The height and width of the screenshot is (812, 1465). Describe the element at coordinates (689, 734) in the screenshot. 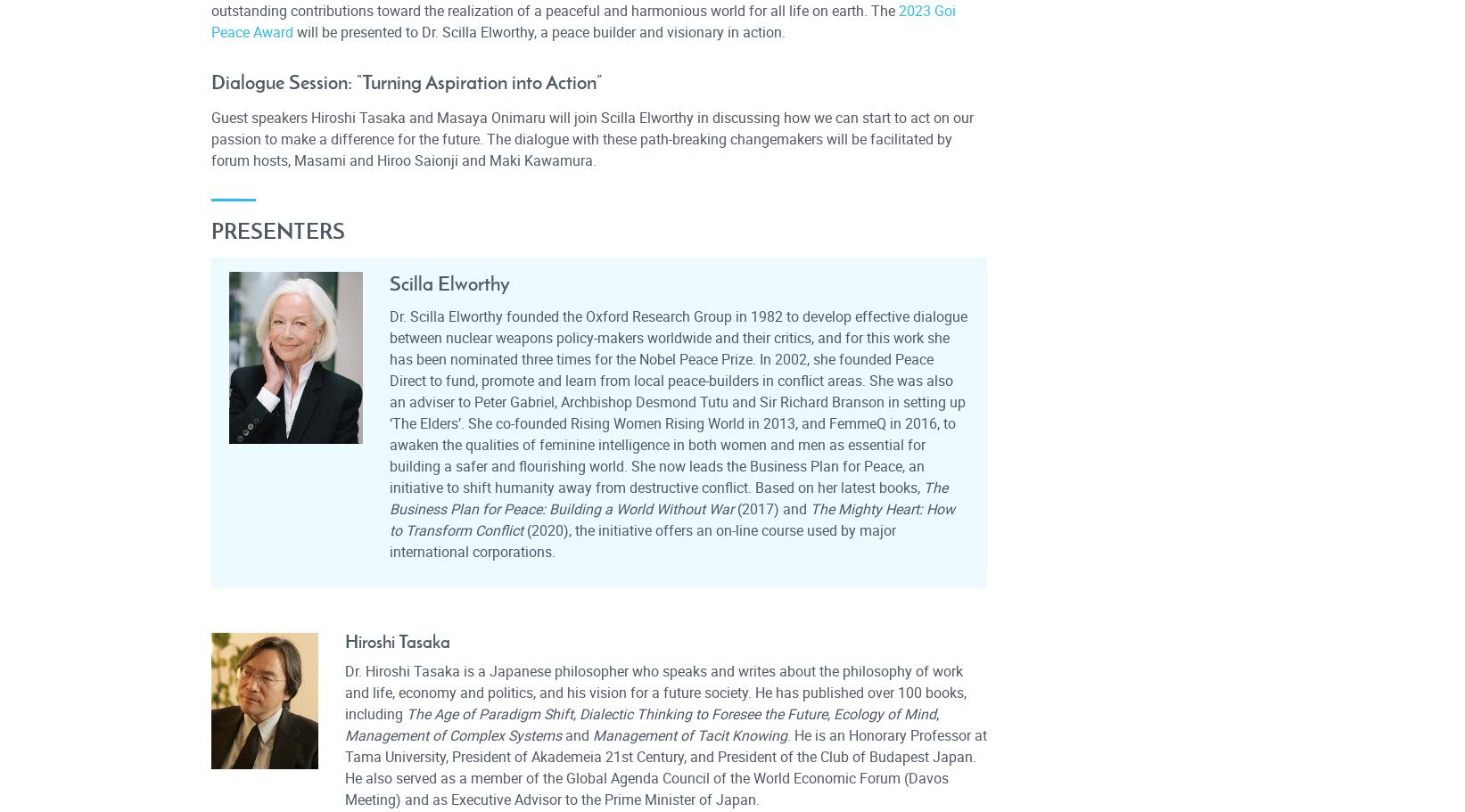

I see `'Management of Tacit Knowing'` at that location.